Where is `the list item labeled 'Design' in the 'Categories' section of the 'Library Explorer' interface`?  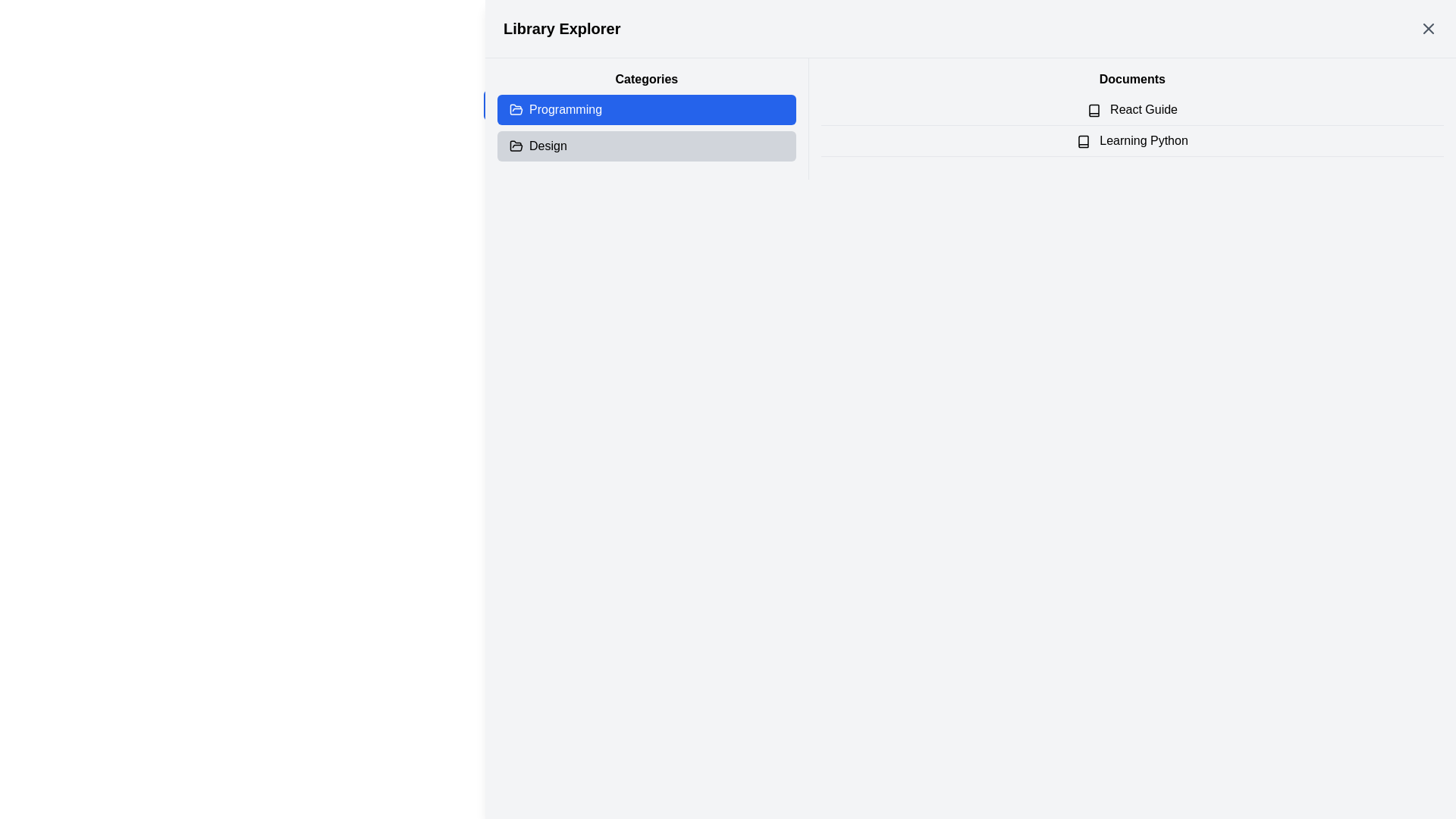
the list item labeled 'Design' in the 'Categories' section of the 'Library Explorer' interface is located at coordinates (646, 146).